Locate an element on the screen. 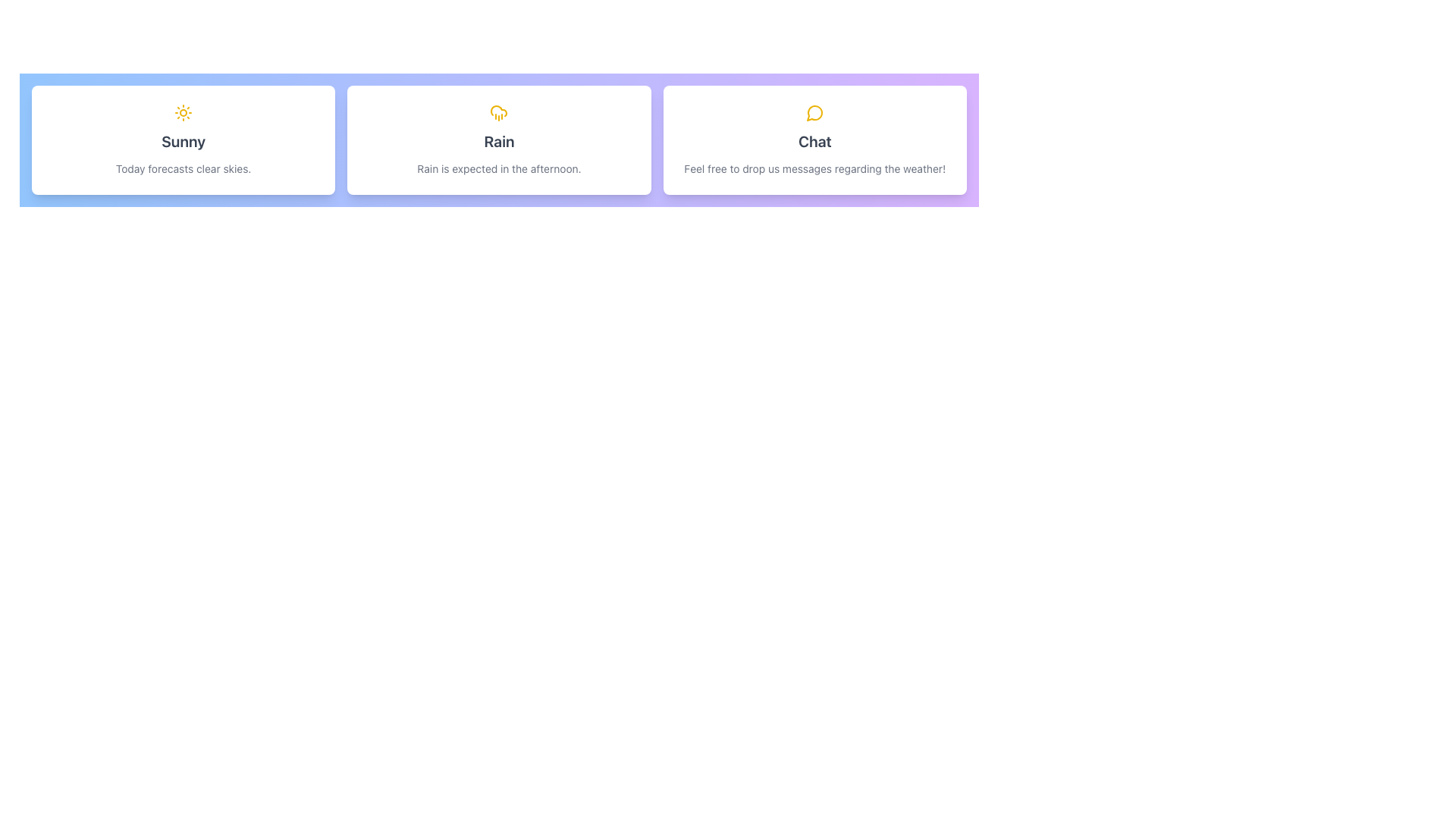 The height and width of the screenshot is (819, 1456). the sunny weather icon located at the top-center of the 'Sunny' card to possibly get more details about the weather is located at coordinates (183, 112).